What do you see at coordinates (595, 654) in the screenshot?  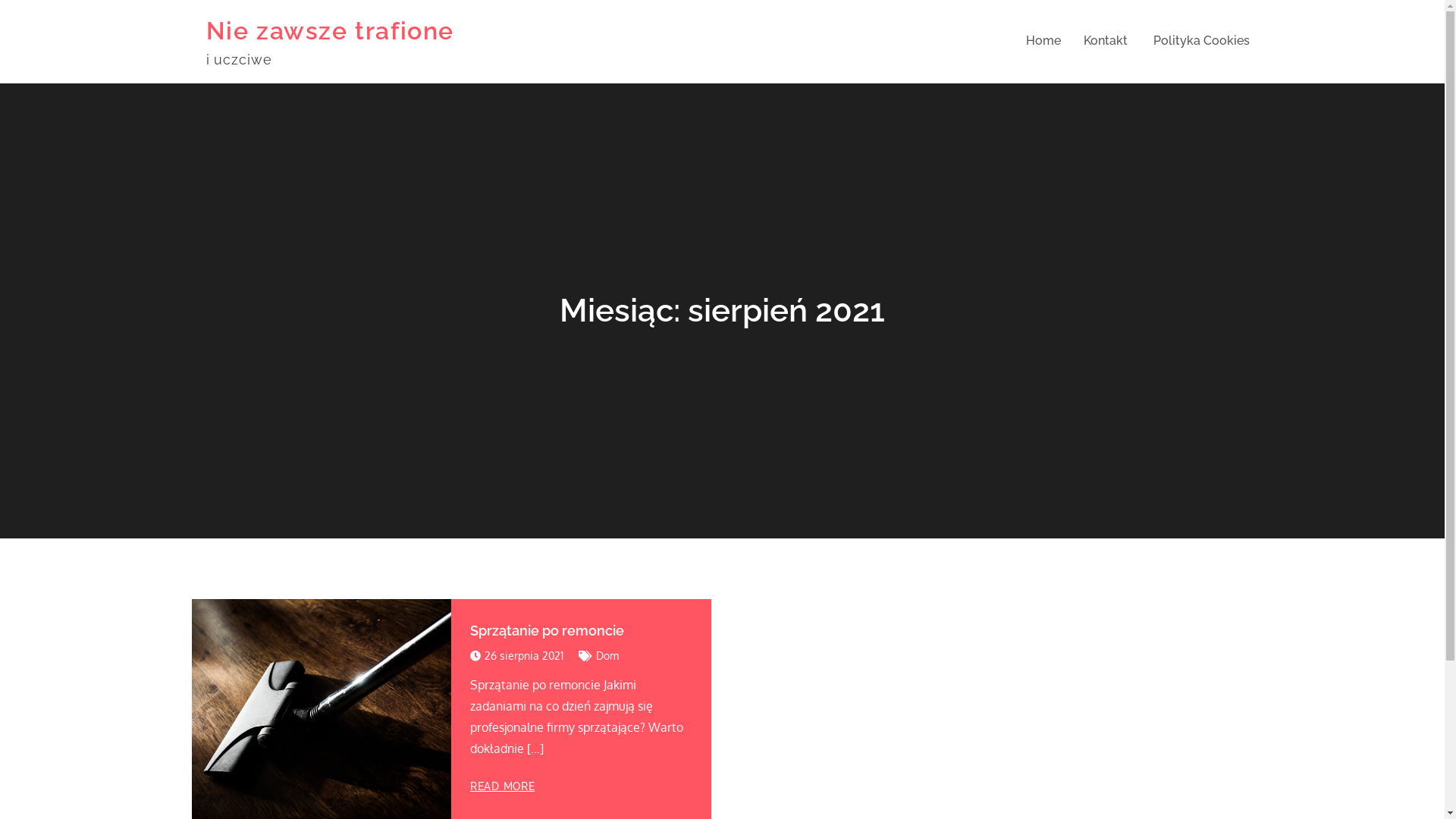 I see `'Dom'` at bounding box center [595, 654].